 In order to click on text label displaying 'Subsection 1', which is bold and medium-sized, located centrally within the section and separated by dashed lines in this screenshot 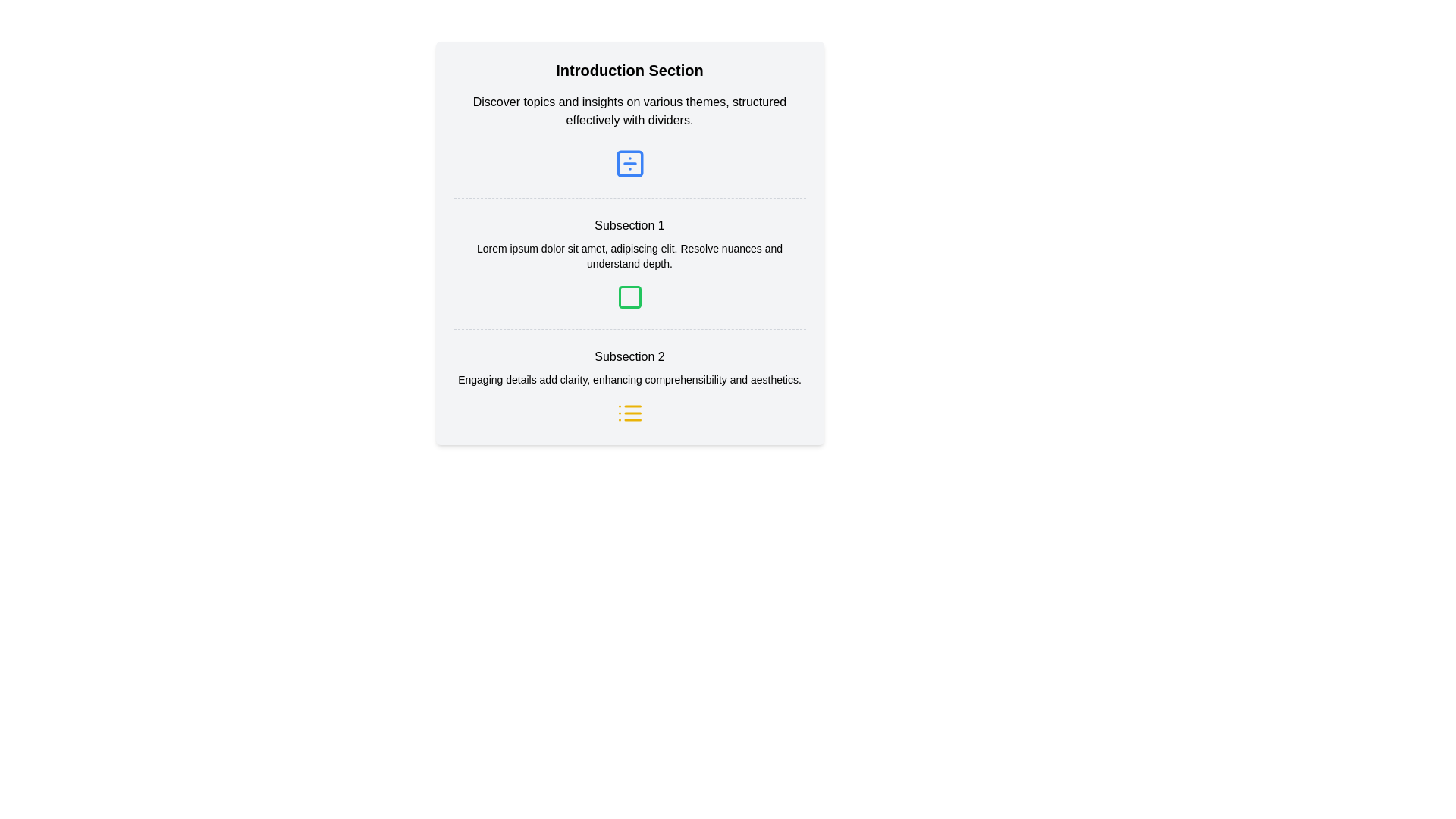, I will do `click(629, 225)`.